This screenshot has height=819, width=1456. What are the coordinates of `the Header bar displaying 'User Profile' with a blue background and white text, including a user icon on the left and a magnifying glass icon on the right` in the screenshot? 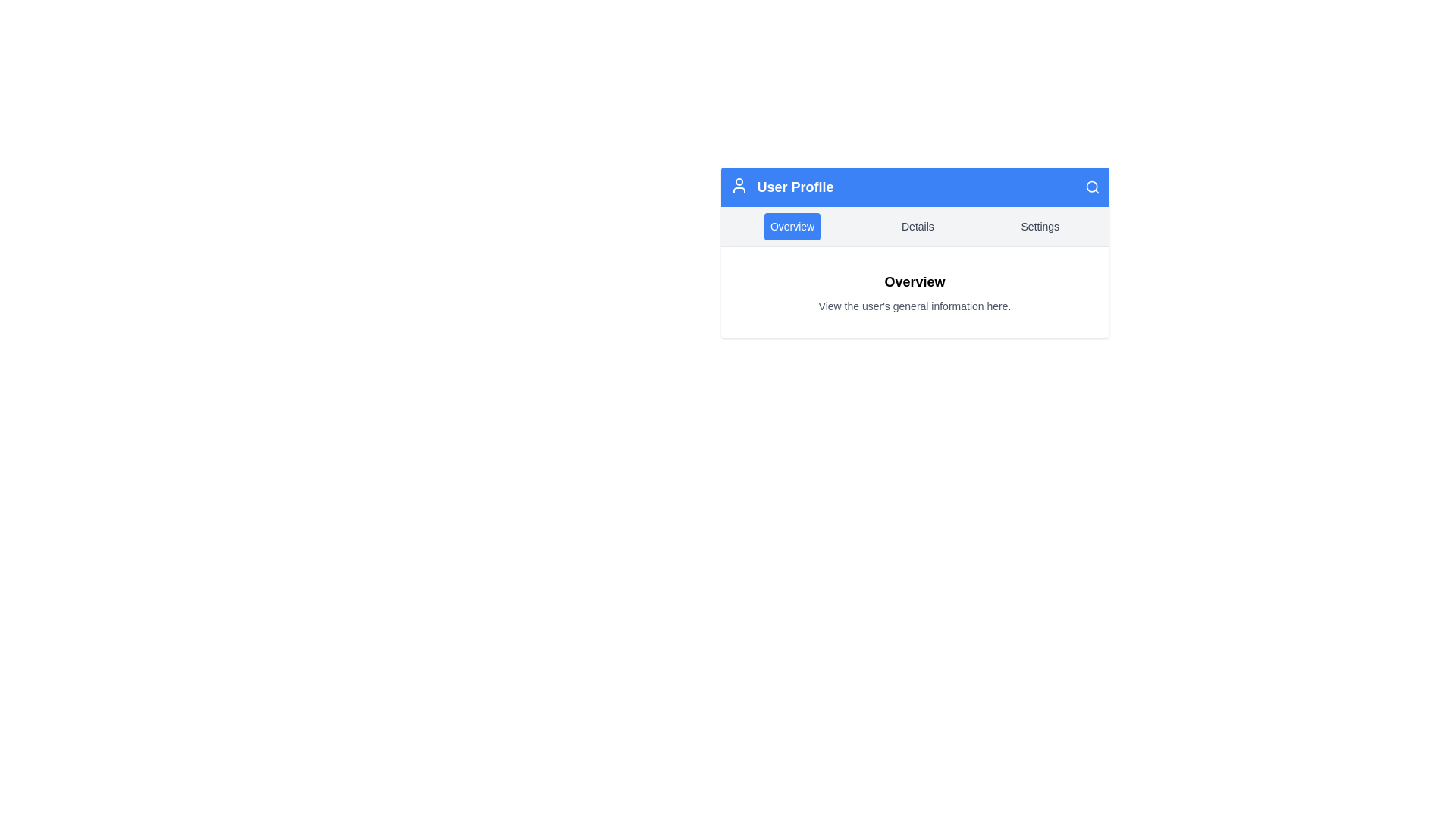 It's located at (914, 186).